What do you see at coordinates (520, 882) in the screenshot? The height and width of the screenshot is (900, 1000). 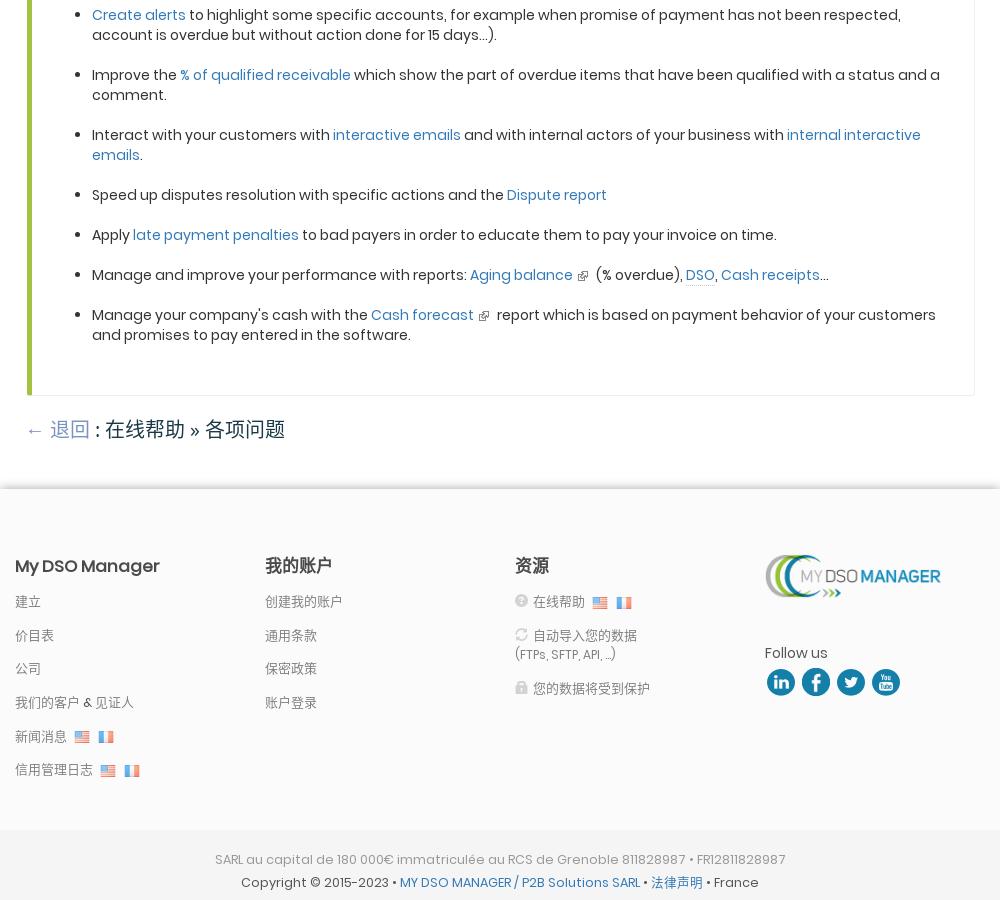 I see `'MY DSO MANAGER / P2B Solutions SARL'` at bounding box center [520, 882].